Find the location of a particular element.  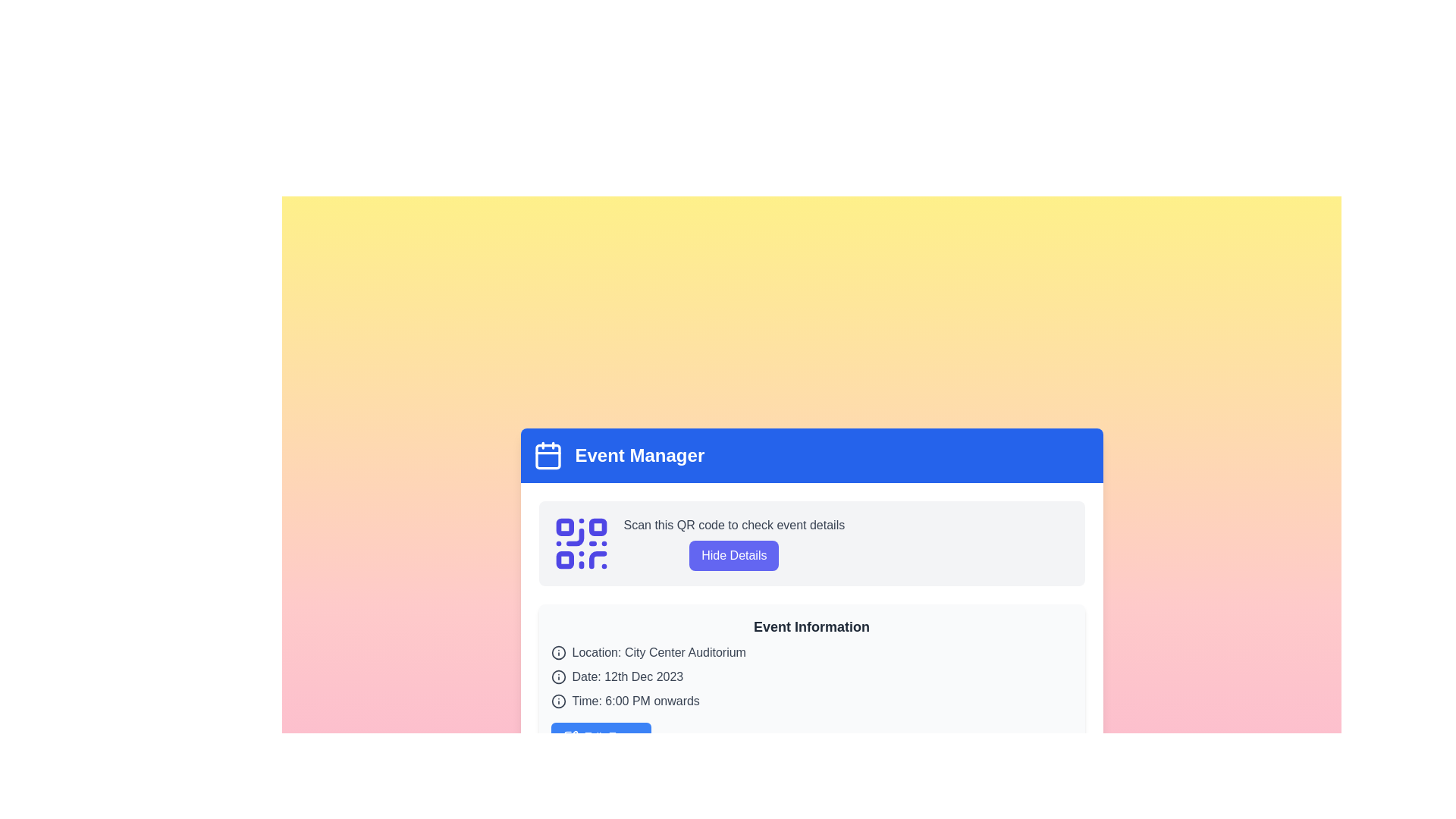

the circle graphic element within the SVG that is styled in a monochromatic scheme, located in a section displaying event details is located at coordinates (557, 676).